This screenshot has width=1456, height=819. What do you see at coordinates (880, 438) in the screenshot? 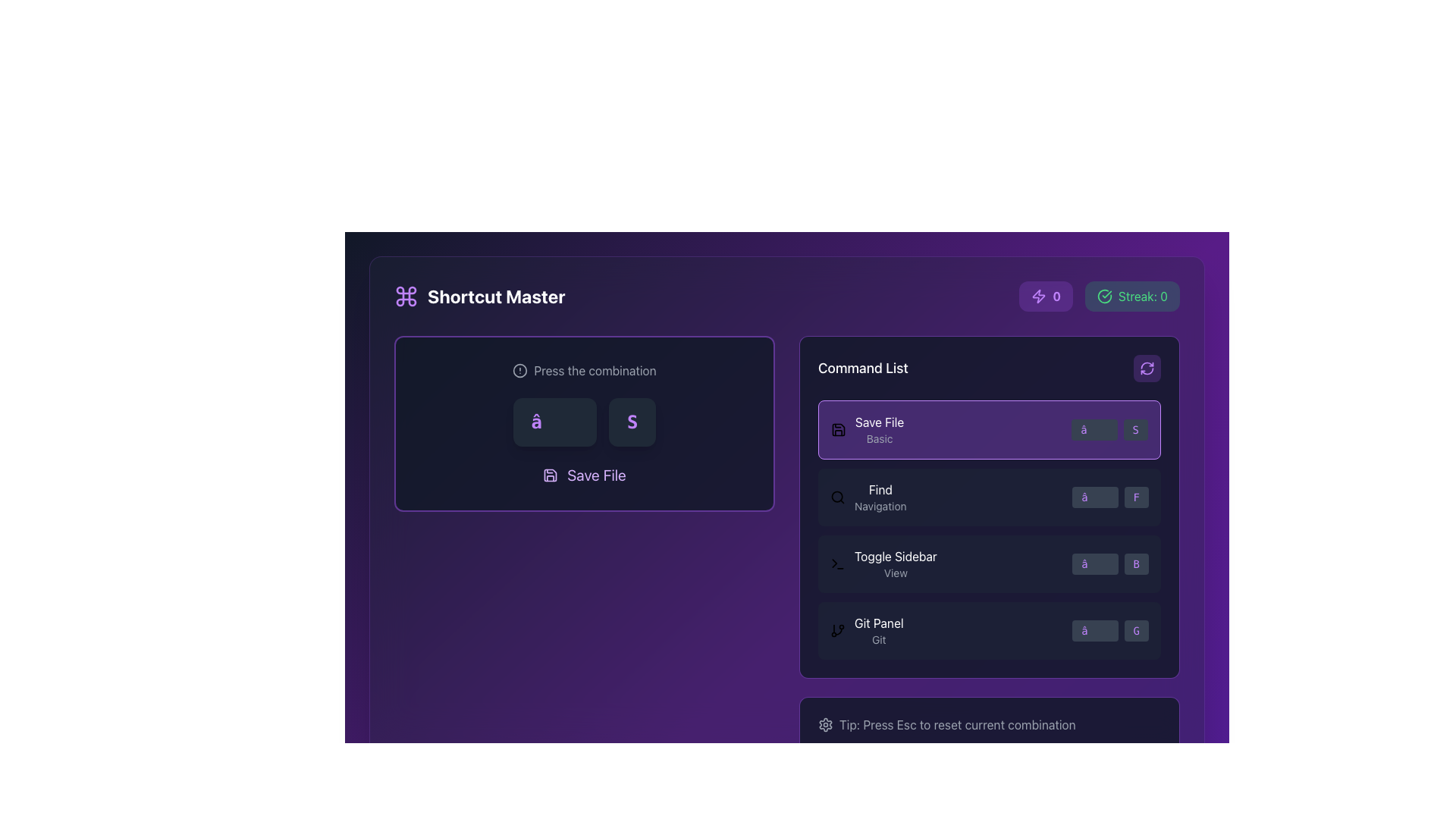
I see `the text label displaying the word 'Basic', which is styled in gray color and located just below the 'Save File' text in the 'Command List' section of the right panel` at bounding box center [880, 438].